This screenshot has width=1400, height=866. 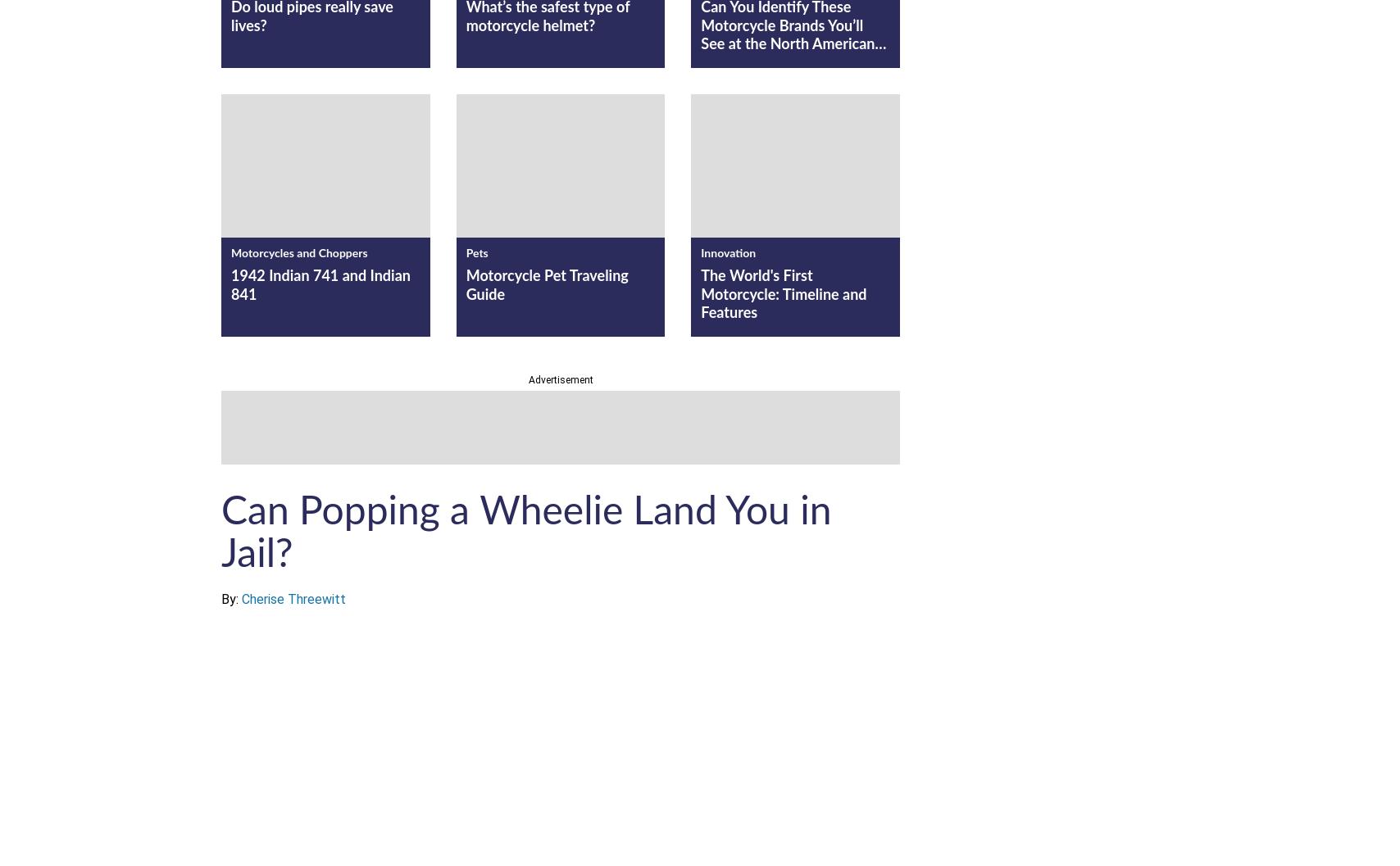 I want to click on 'By:', so click(x=231, y=598).